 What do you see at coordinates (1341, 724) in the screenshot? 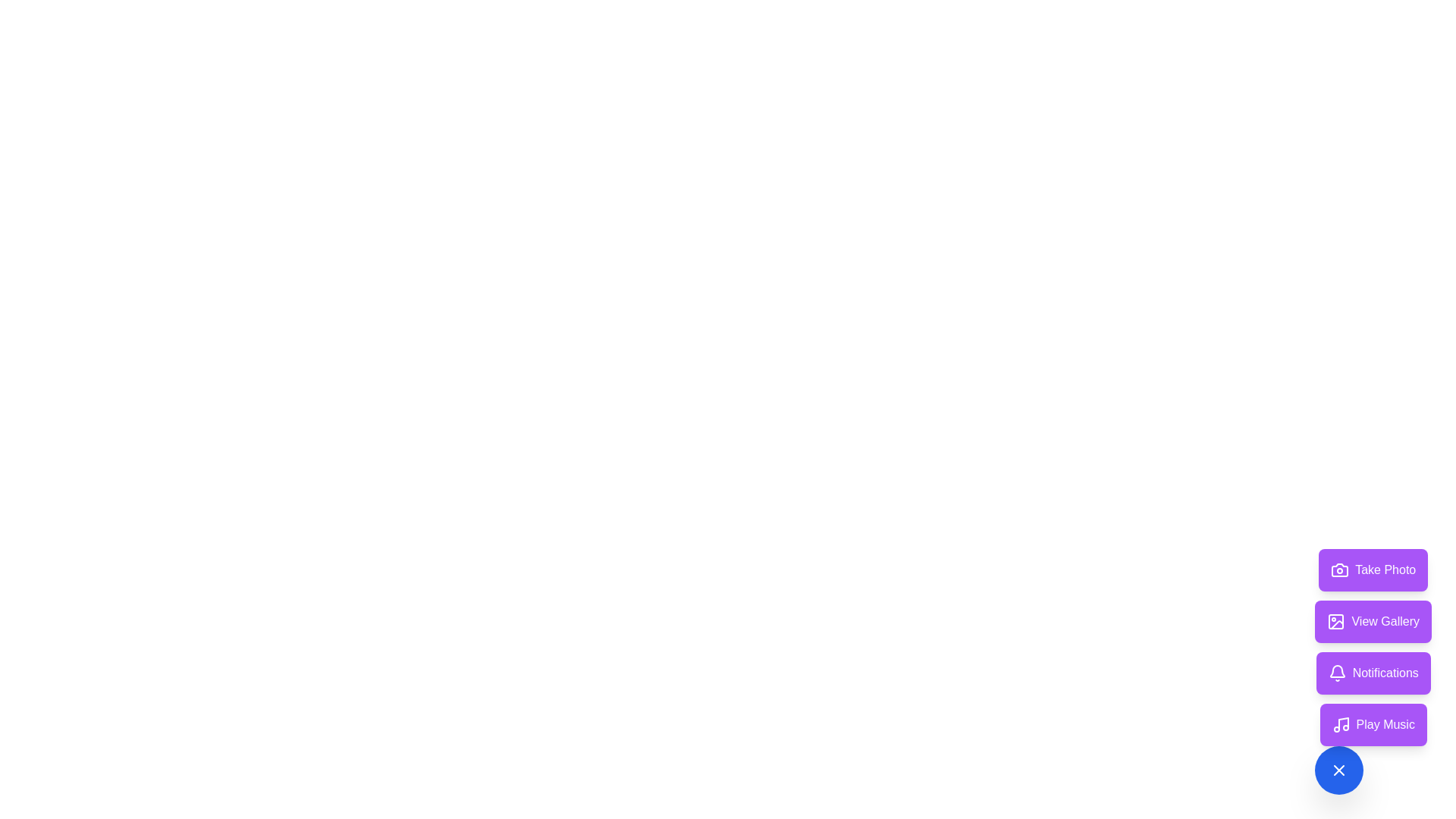
I see `the music note icon located within the purple 'Play Music' button` at bounding box center [1341, 724].